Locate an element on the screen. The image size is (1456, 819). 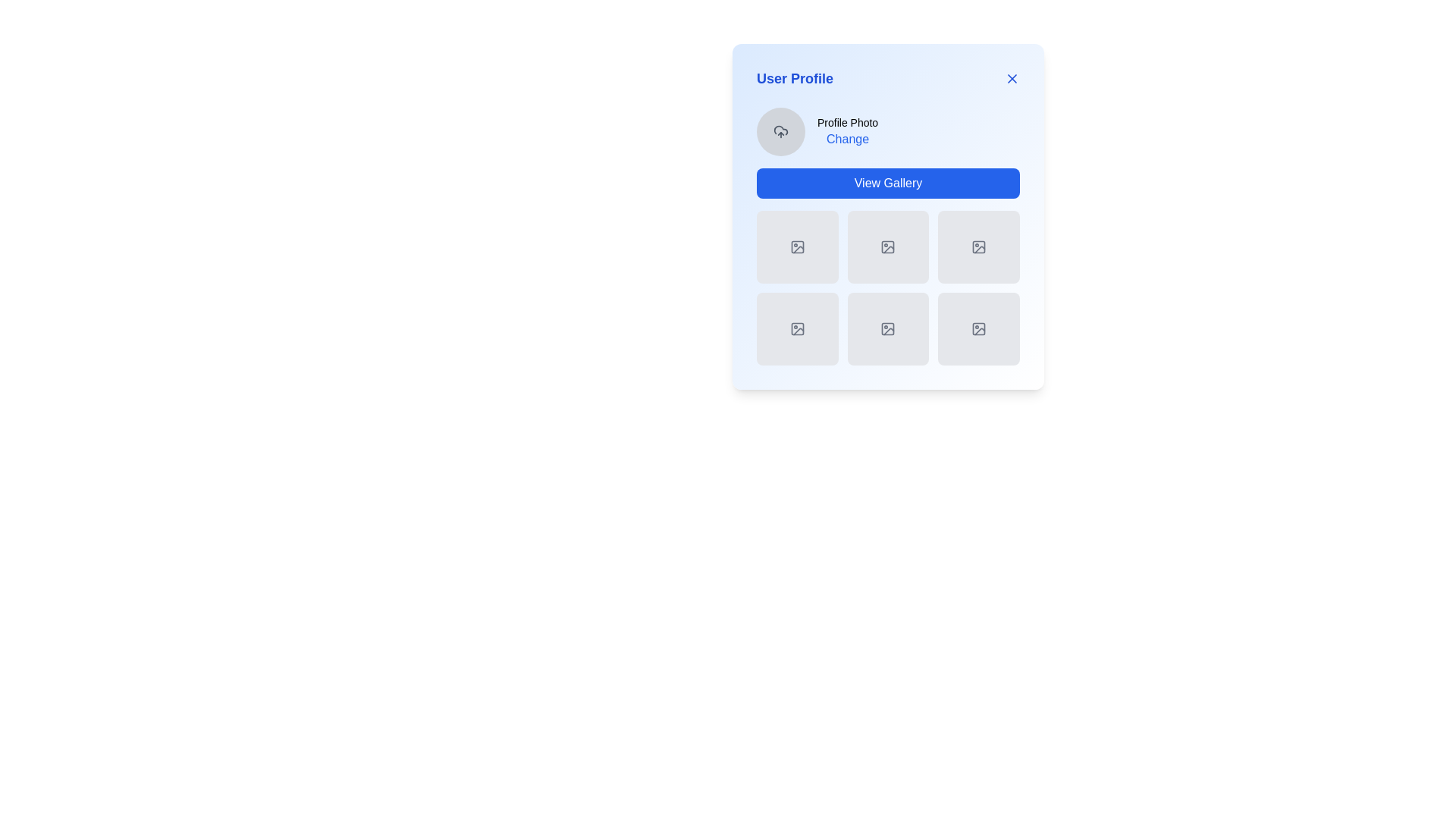
the placeholder for graphical content located is located at coordinates (796, 246).